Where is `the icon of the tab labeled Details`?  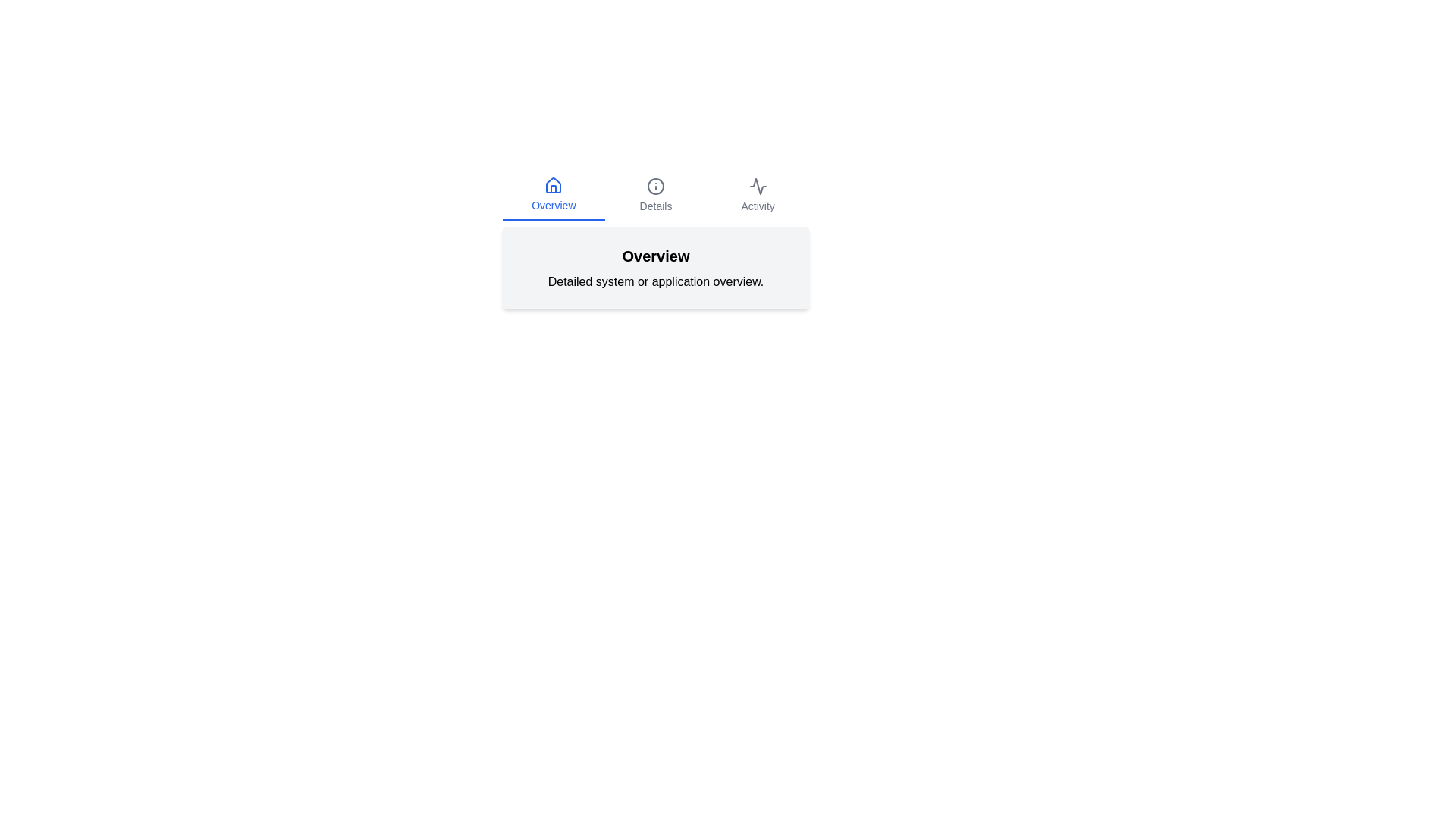
the icon of the tab labeled Details is located at coordinates (655, 186).